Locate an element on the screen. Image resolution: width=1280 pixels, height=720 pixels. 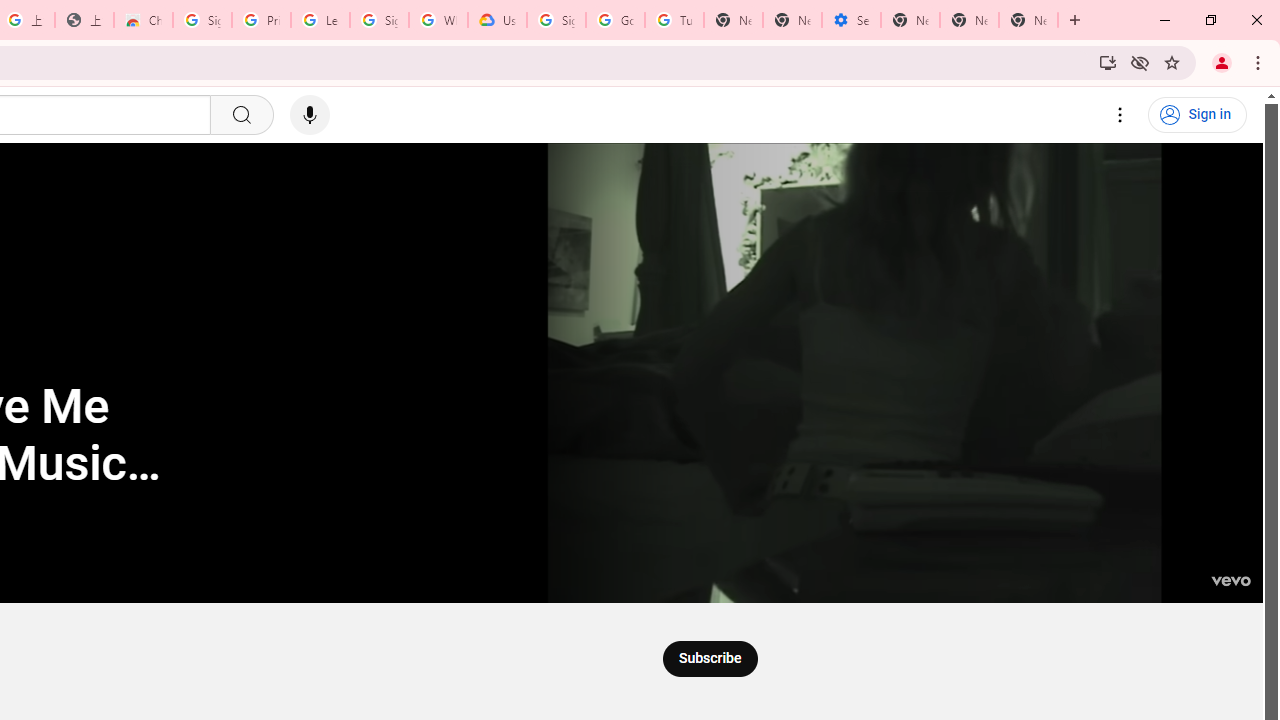
'Sign in - Google Accounts' is located at coordinates (202, 20).